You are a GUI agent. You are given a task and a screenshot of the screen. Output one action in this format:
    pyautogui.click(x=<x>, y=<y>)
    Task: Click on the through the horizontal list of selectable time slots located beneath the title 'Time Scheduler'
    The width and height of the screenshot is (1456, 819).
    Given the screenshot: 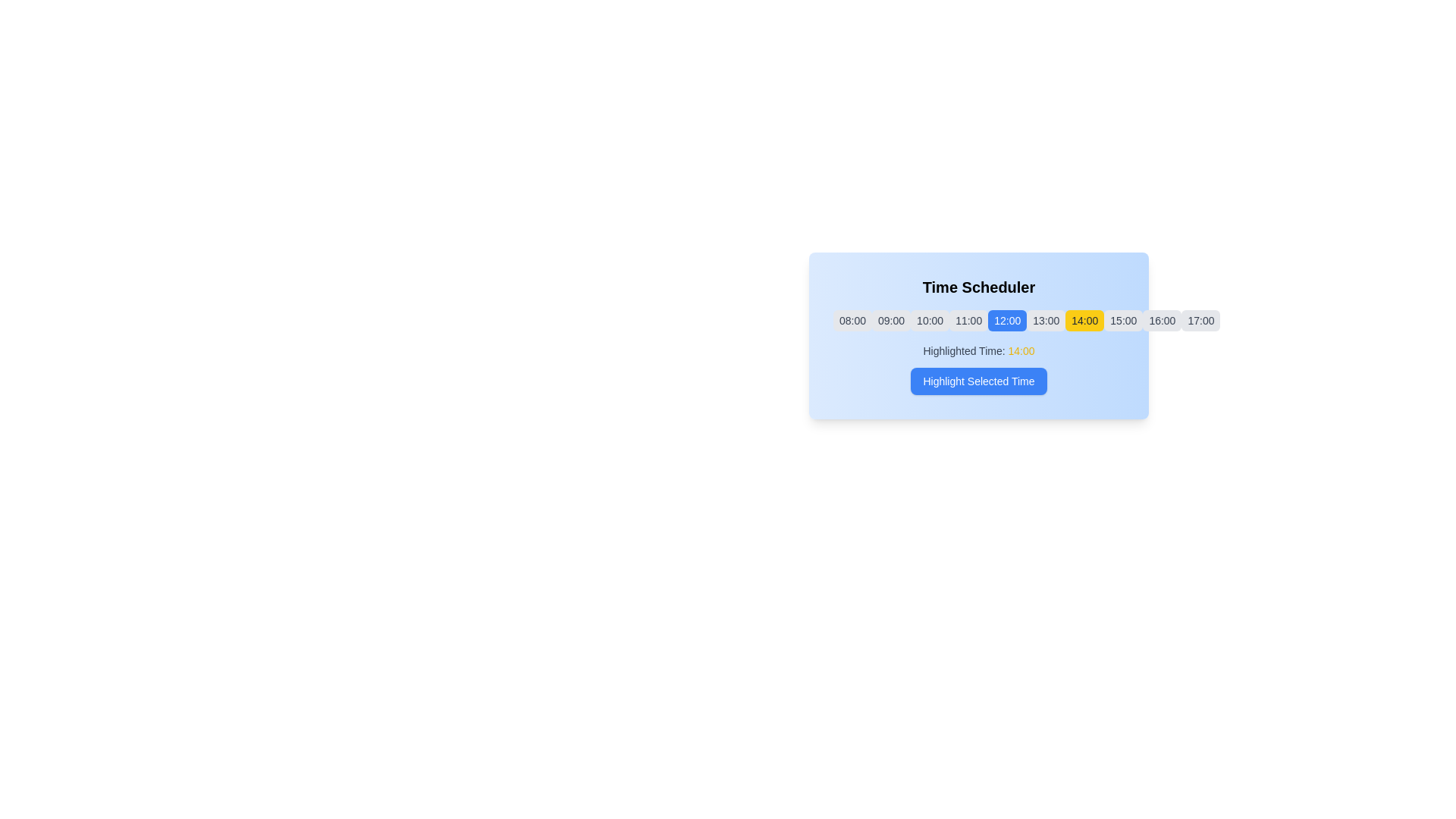 What is the action you would take?
    pyautogui.click(x=979, y=320)
    